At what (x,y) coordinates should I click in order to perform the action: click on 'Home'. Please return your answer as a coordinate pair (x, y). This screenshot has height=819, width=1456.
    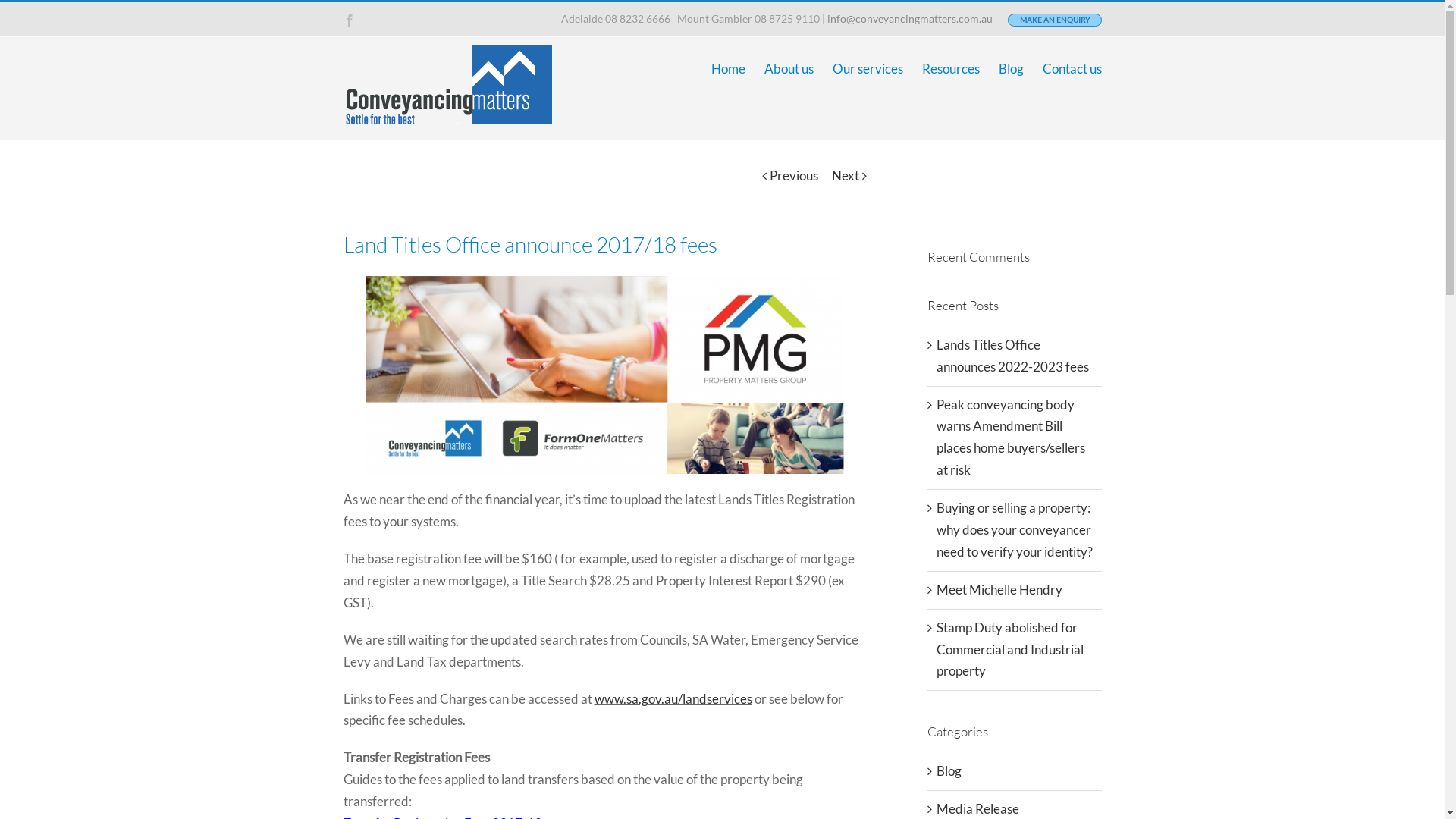
    Looking at the image, I should click on (728, 68).